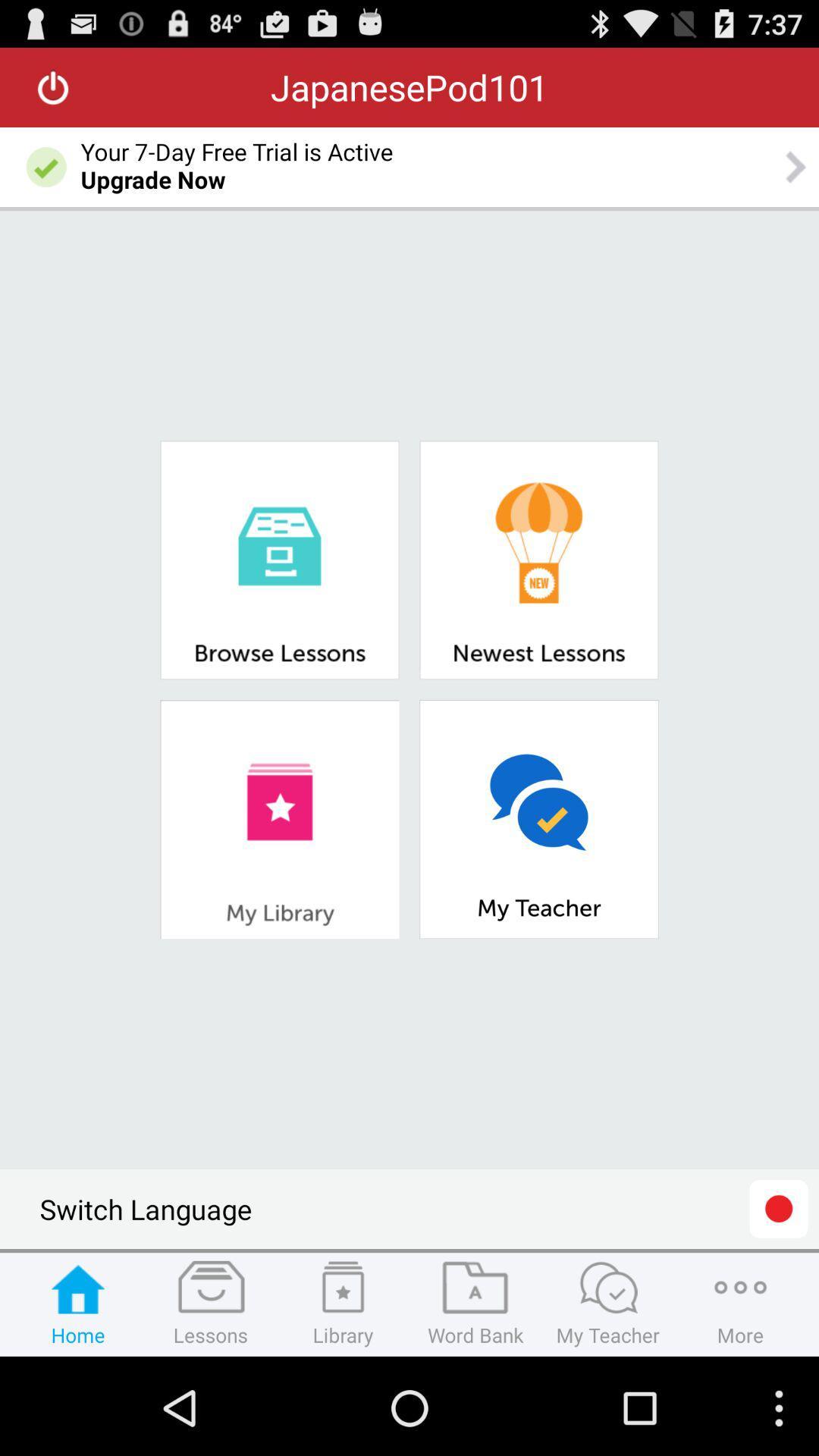 The width and height of the screenshot is (819, 1456). Describe the element at coordinates (52, 86) in the screenshot. I see `app next to japanesepod101` at that location.